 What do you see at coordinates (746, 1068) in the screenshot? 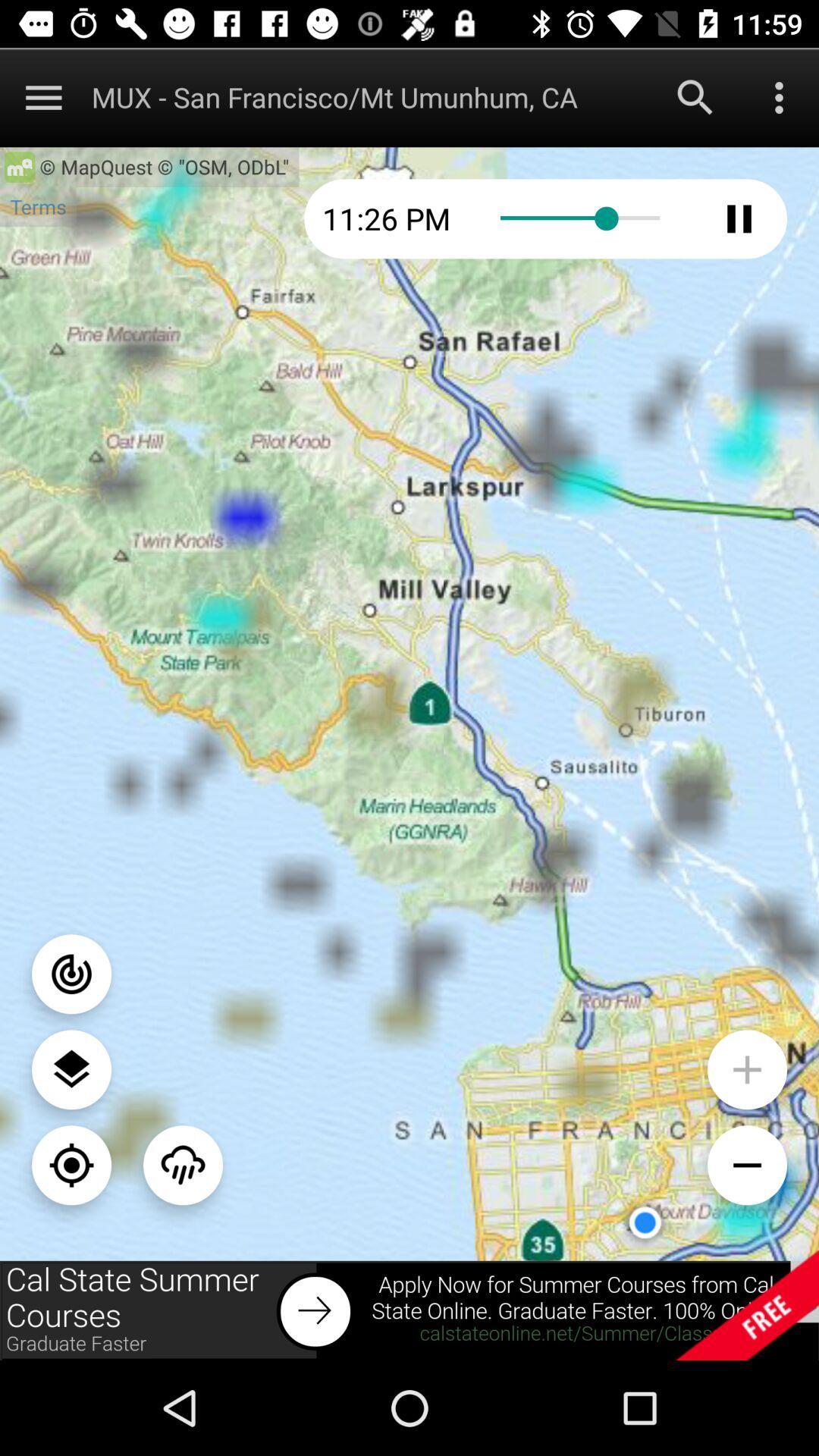
I see `zoom in` at bounding box center [746, 1068].